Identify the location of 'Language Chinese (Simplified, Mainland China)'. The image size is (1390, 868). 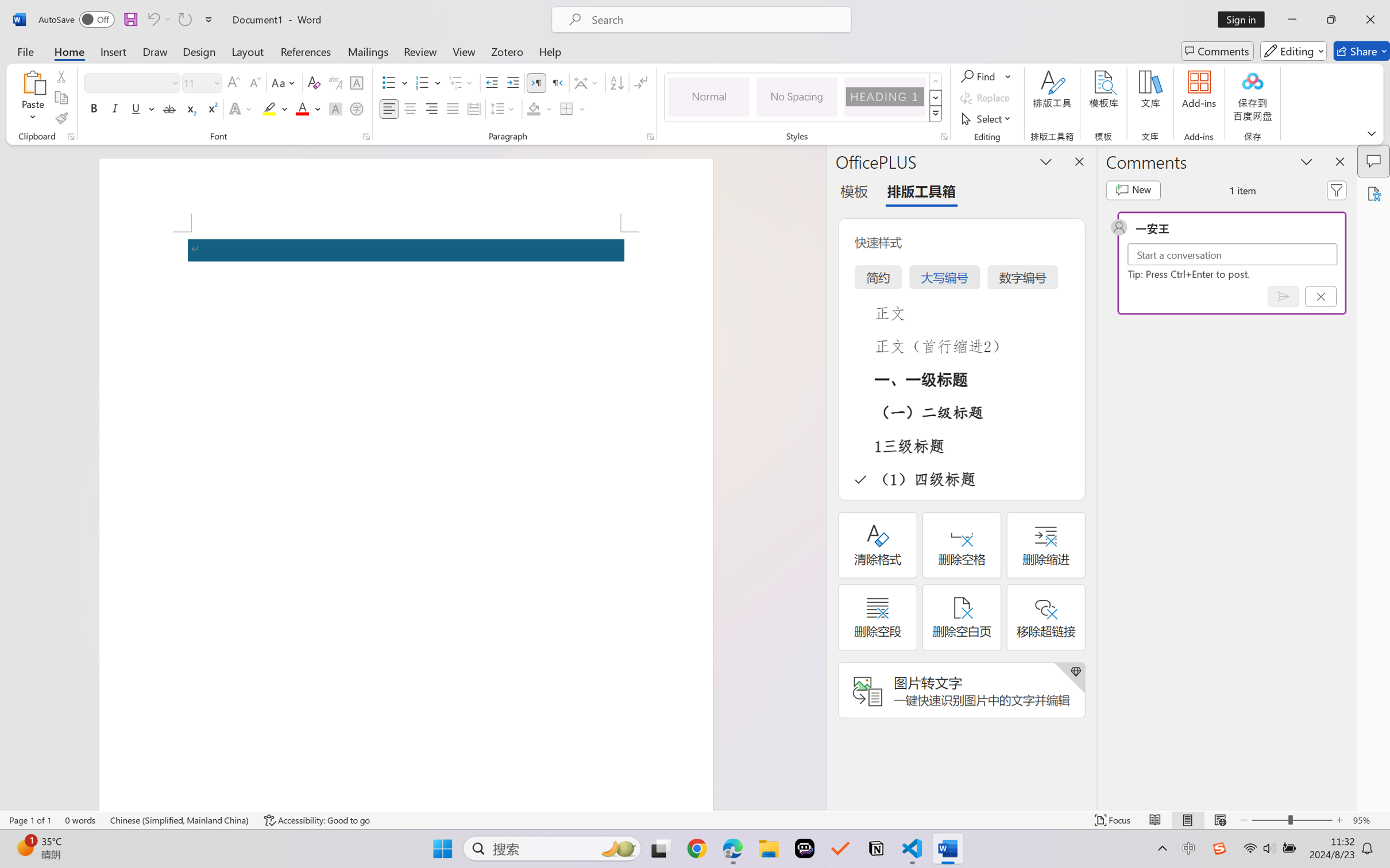
(180, 820).